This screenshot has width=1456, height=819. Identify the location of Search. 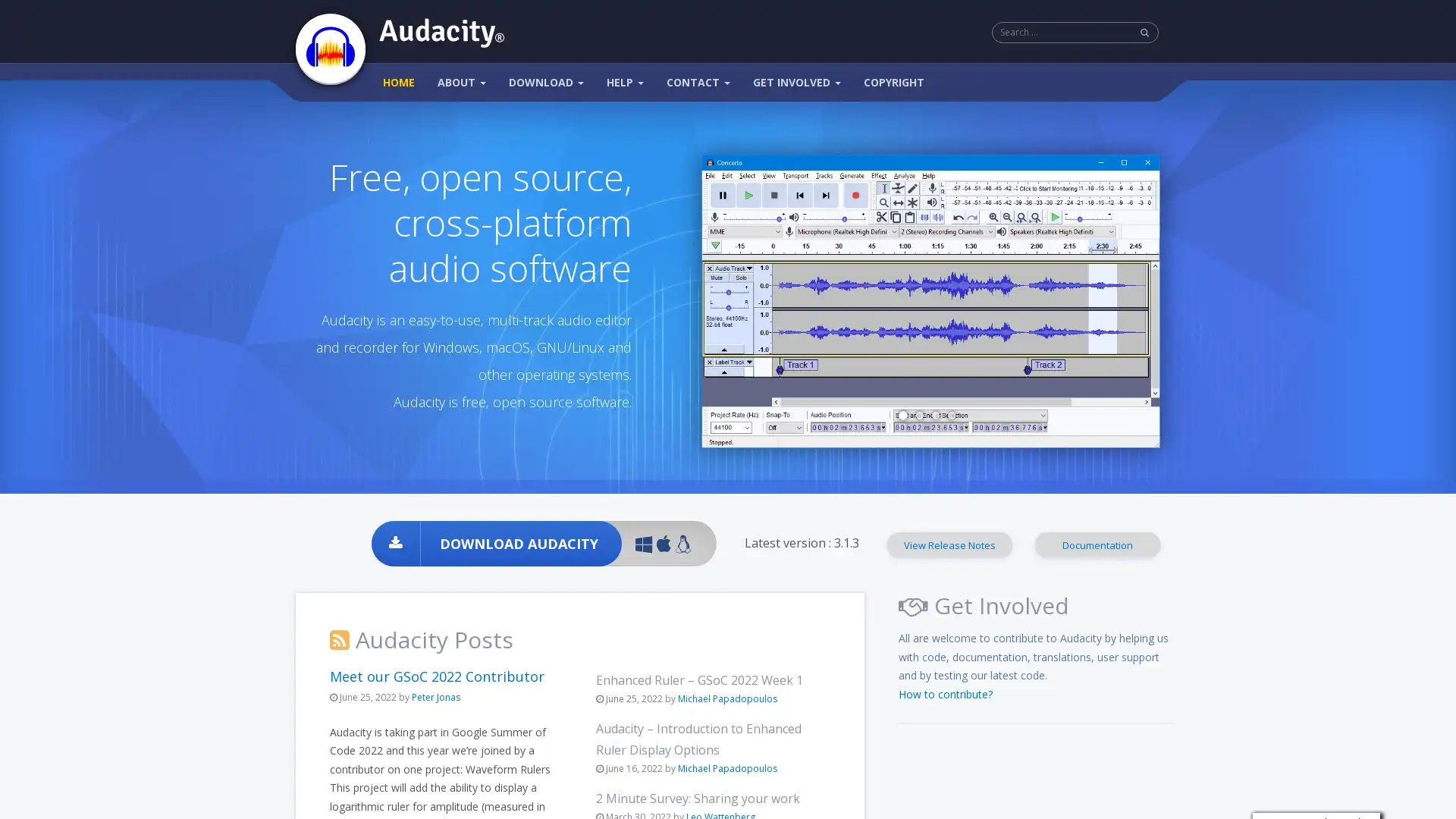
(1145, 32).